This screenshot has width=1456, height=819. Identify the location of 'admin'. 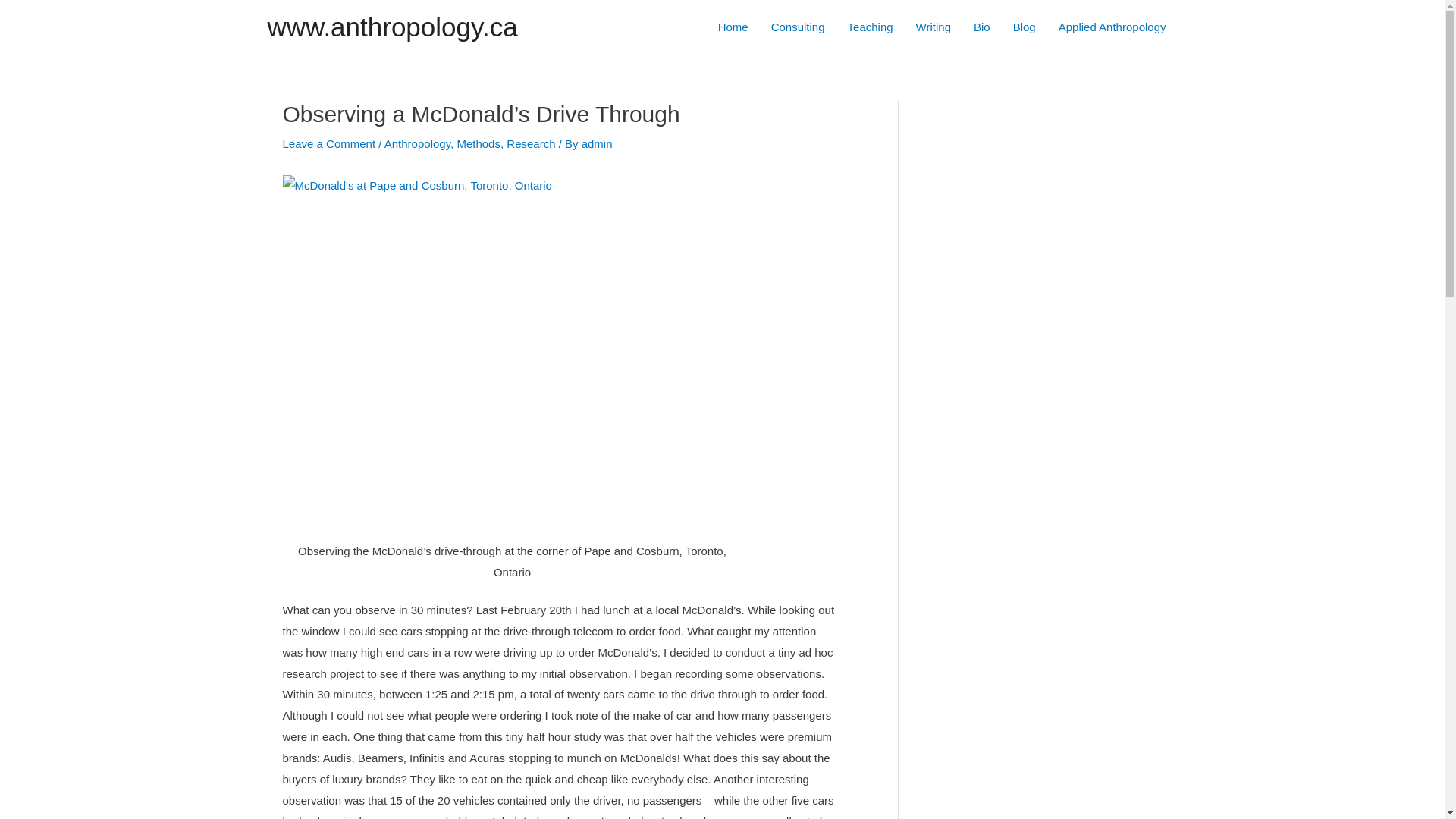
(596, 143).